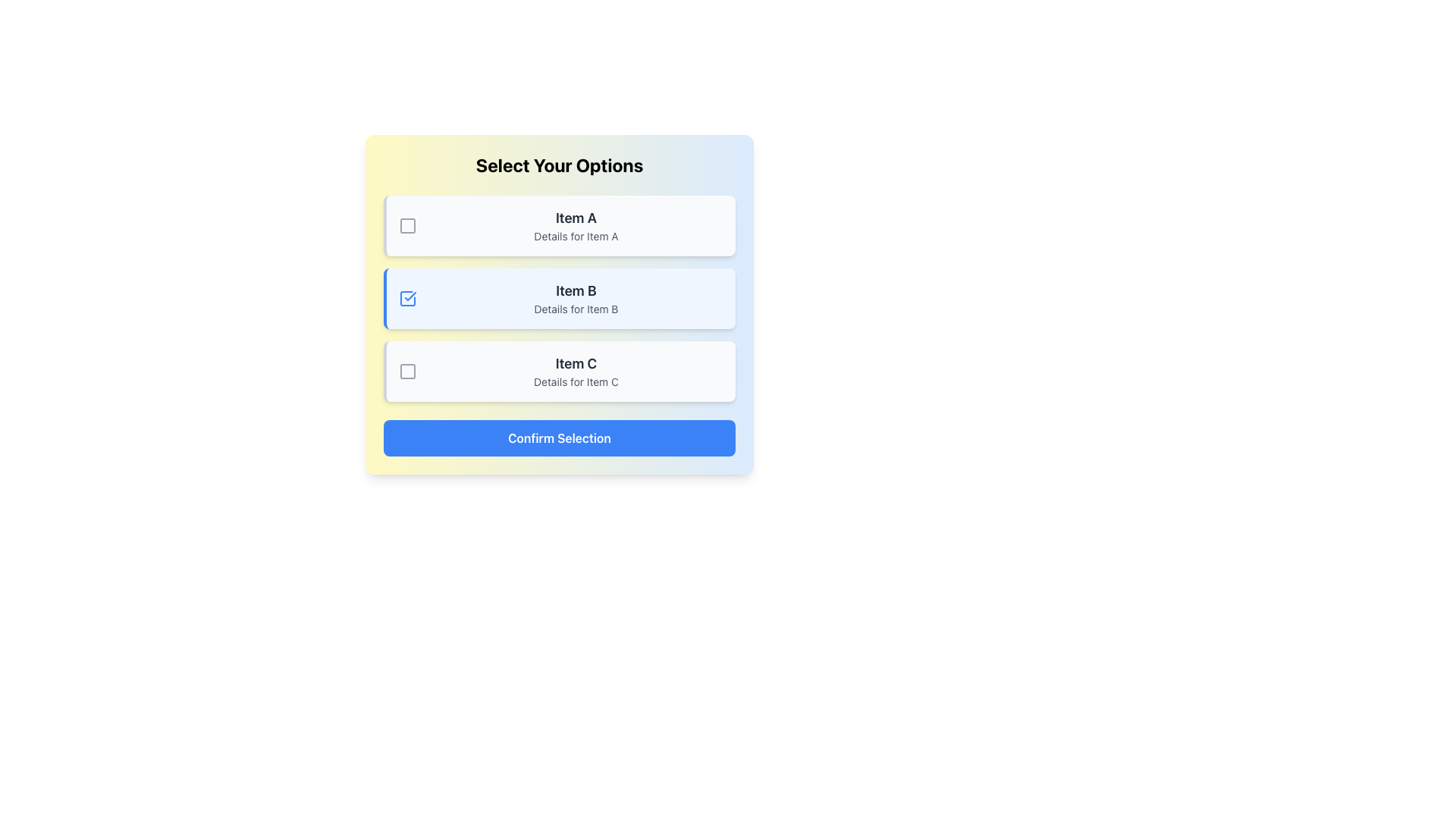  I want to click on the Text Label that introduces or explains the purpose of the section below it, which is positioned horizontally centered above a list of selectable items, so click(559, 165).